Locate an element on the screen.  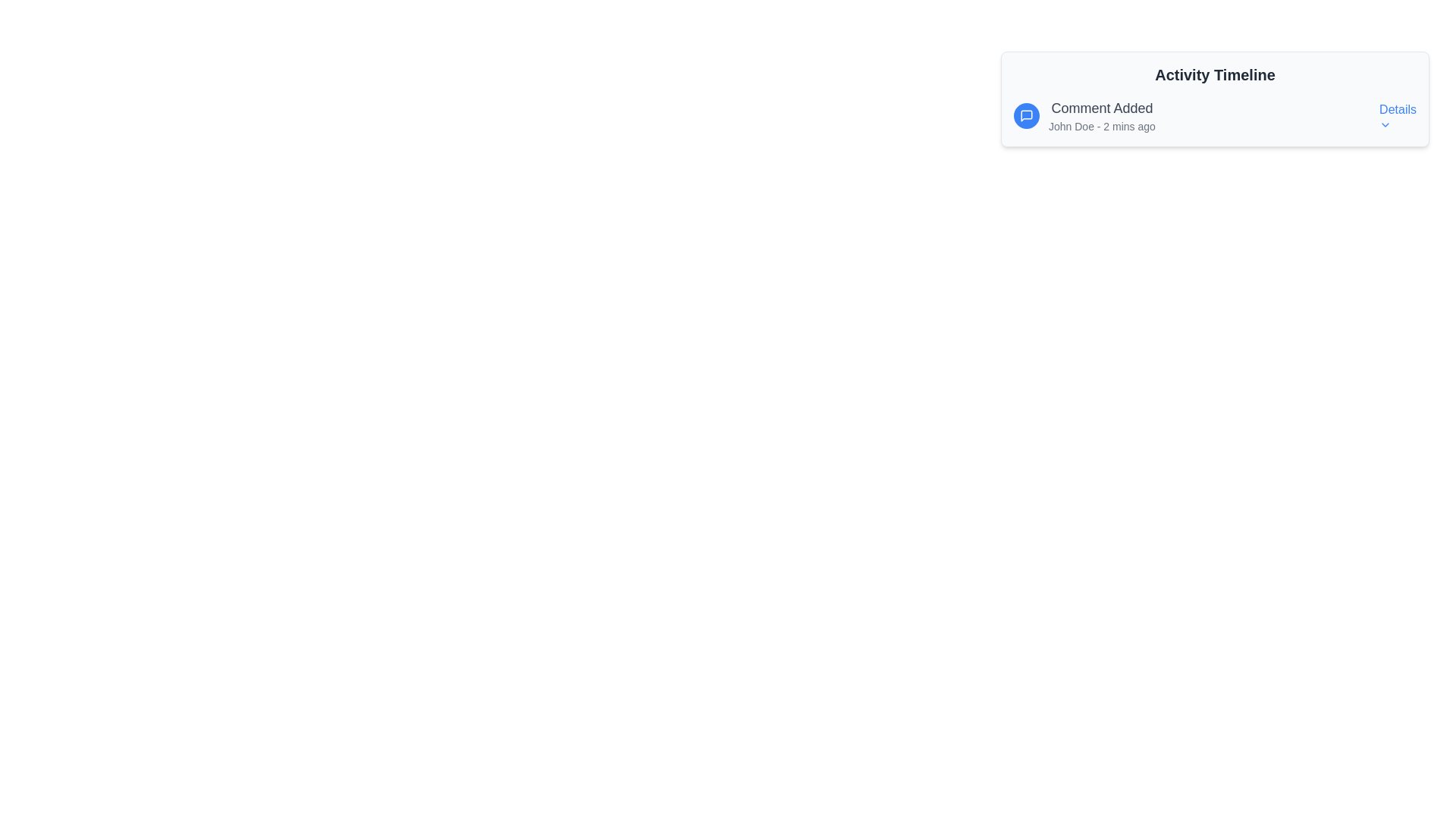
the text element displaying 'Comment Added' which is styled with a larger font size and positioned above 'John Doe - 2 mins ago' in the 'Activity Timeline' card section is located at coordinates (1102, 107).